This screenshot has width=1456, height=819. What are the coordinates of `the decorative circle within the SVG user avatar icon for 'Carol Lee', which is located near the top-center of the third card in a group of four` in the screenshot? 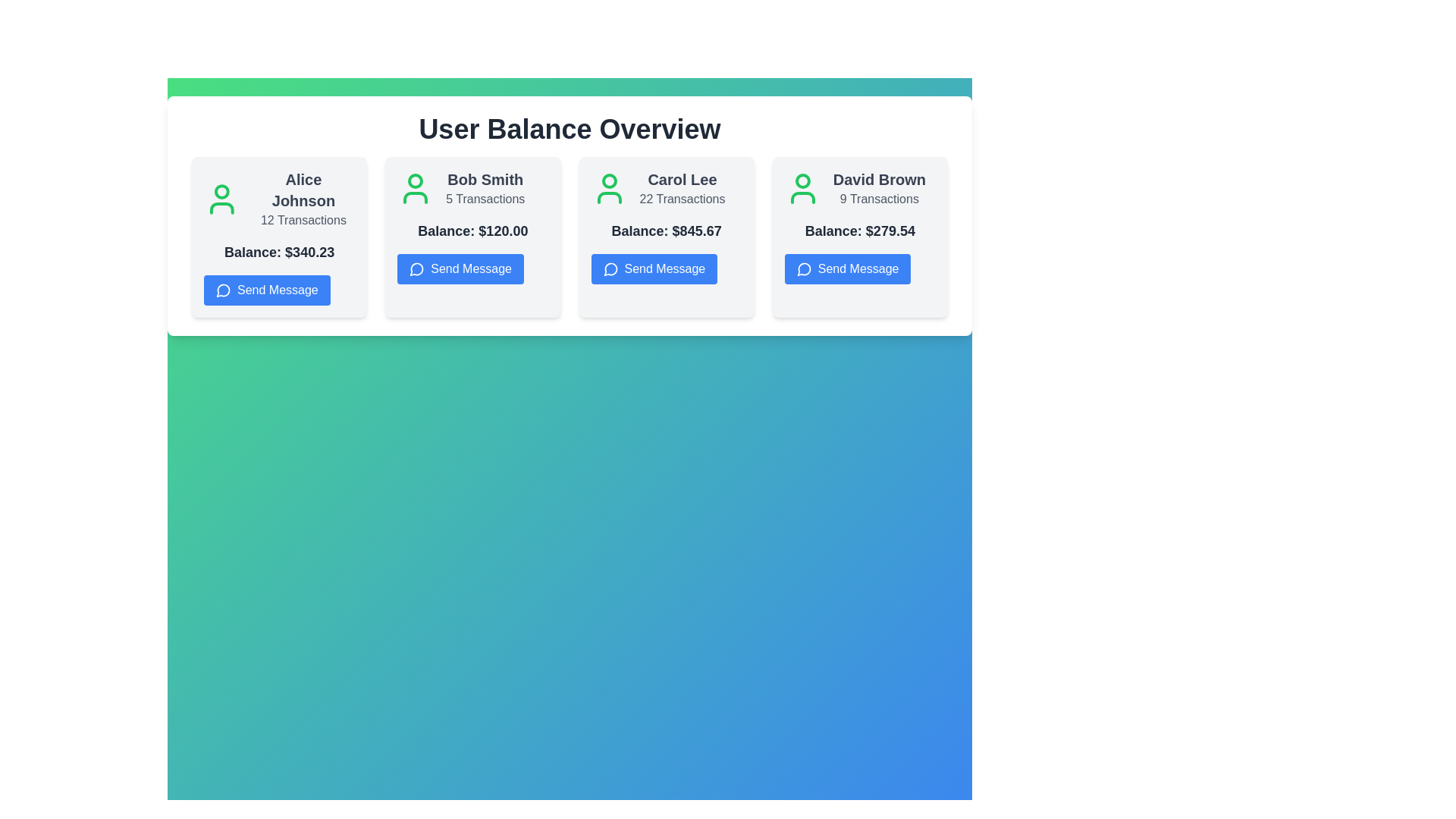 It's located at (609, 180).